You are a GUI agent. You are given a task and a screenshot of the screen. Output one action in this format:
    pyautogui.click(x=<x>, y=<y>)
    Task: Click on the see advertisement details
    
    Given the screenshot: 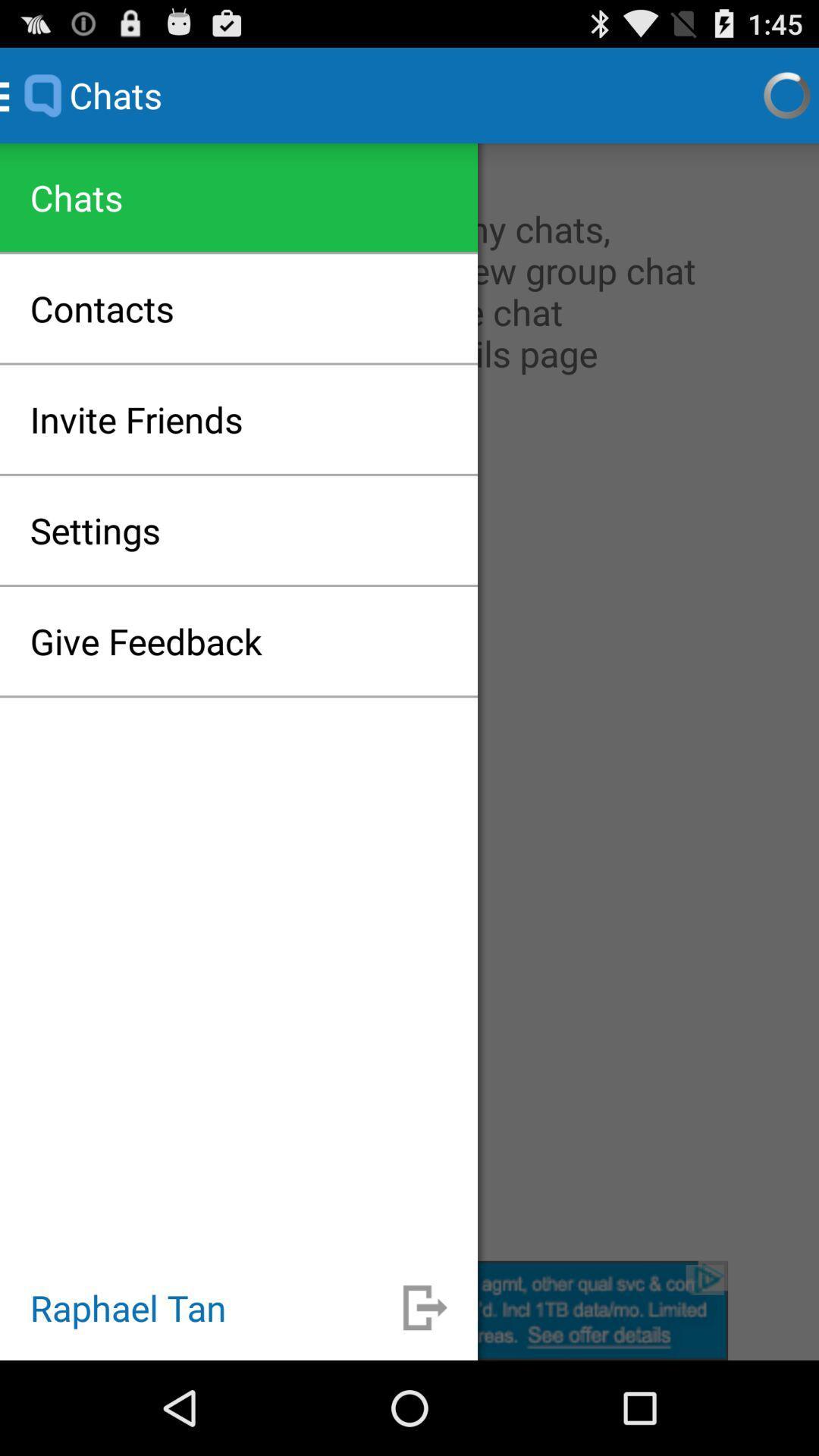 What is the action you would take?
    pyautogui.click(x=409, y=1310)
    